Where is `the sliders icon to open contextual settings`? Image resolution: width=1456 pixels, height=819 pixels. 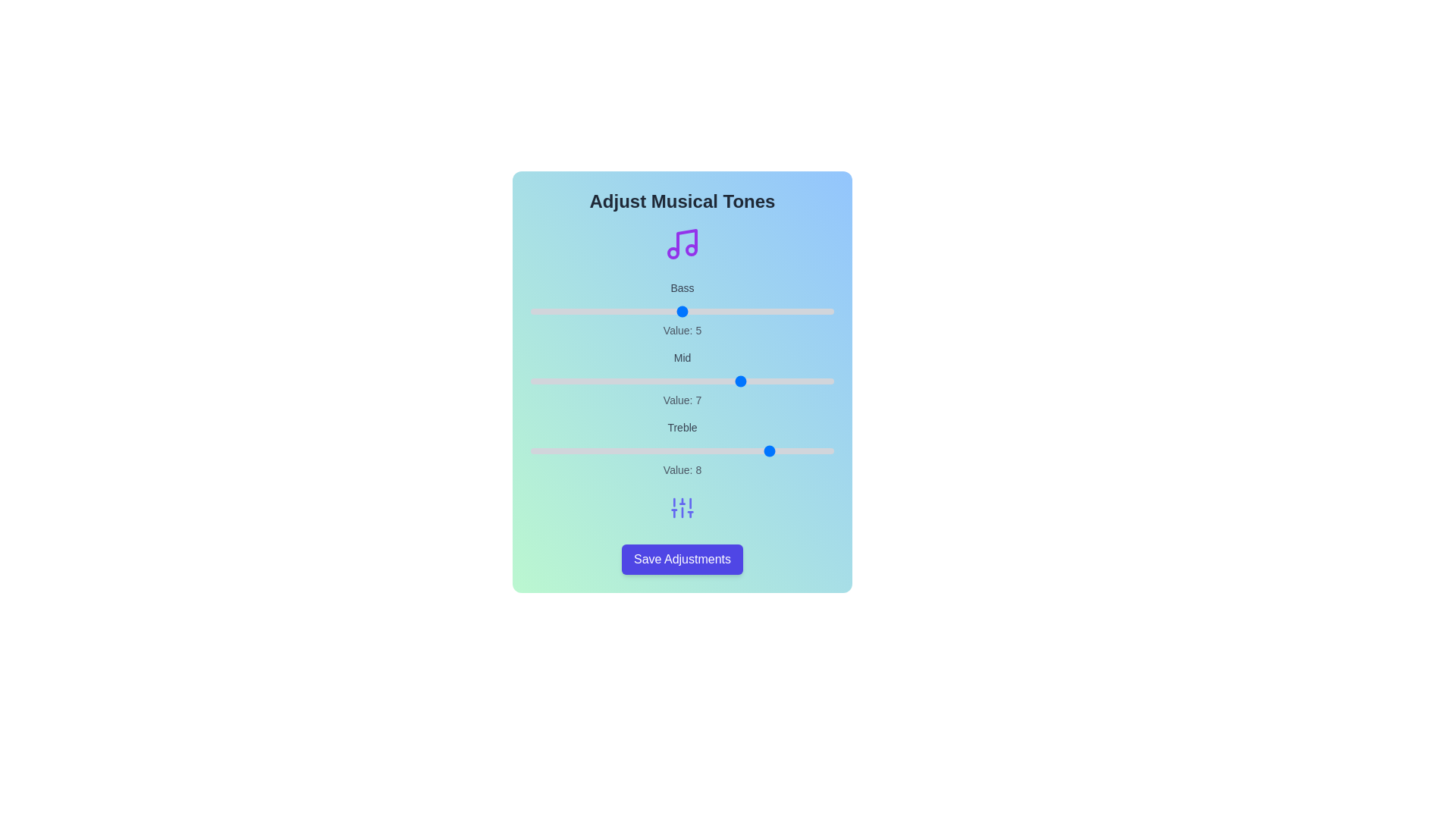 the sliders icon to open contextual settings is located at coordinates (682, 508).